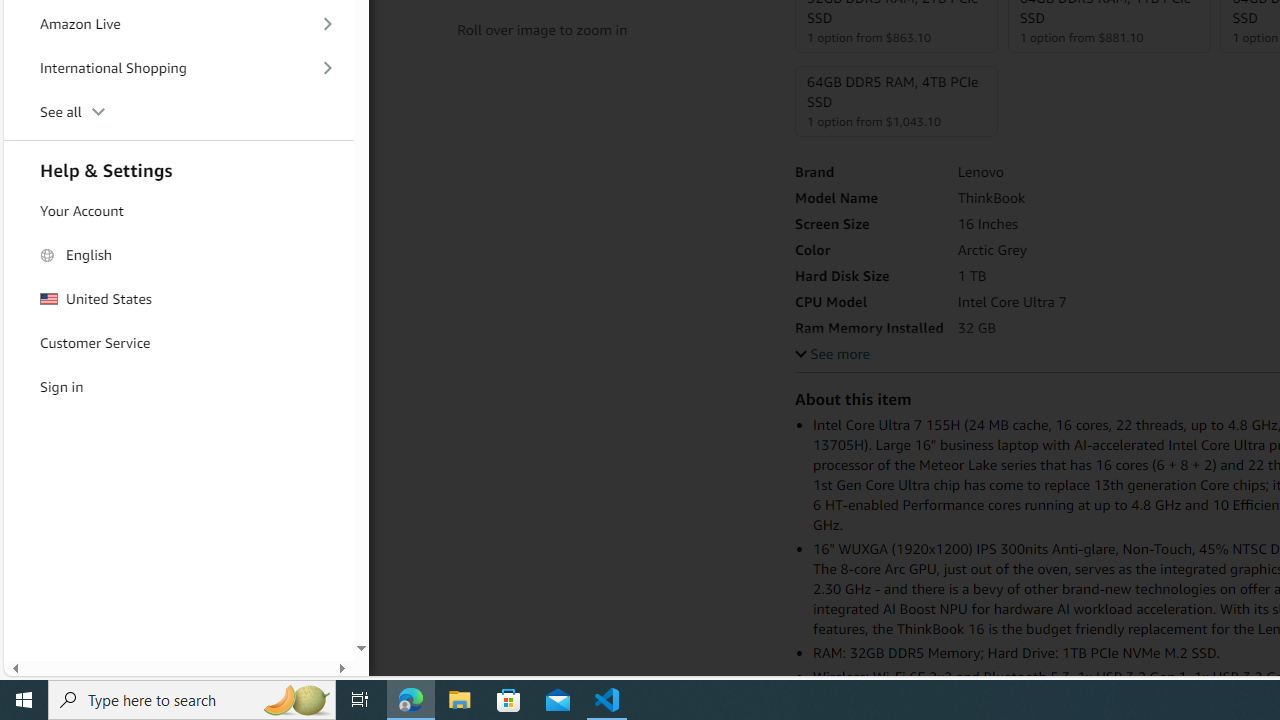  I want to click on 'United States', so click(179, 298).